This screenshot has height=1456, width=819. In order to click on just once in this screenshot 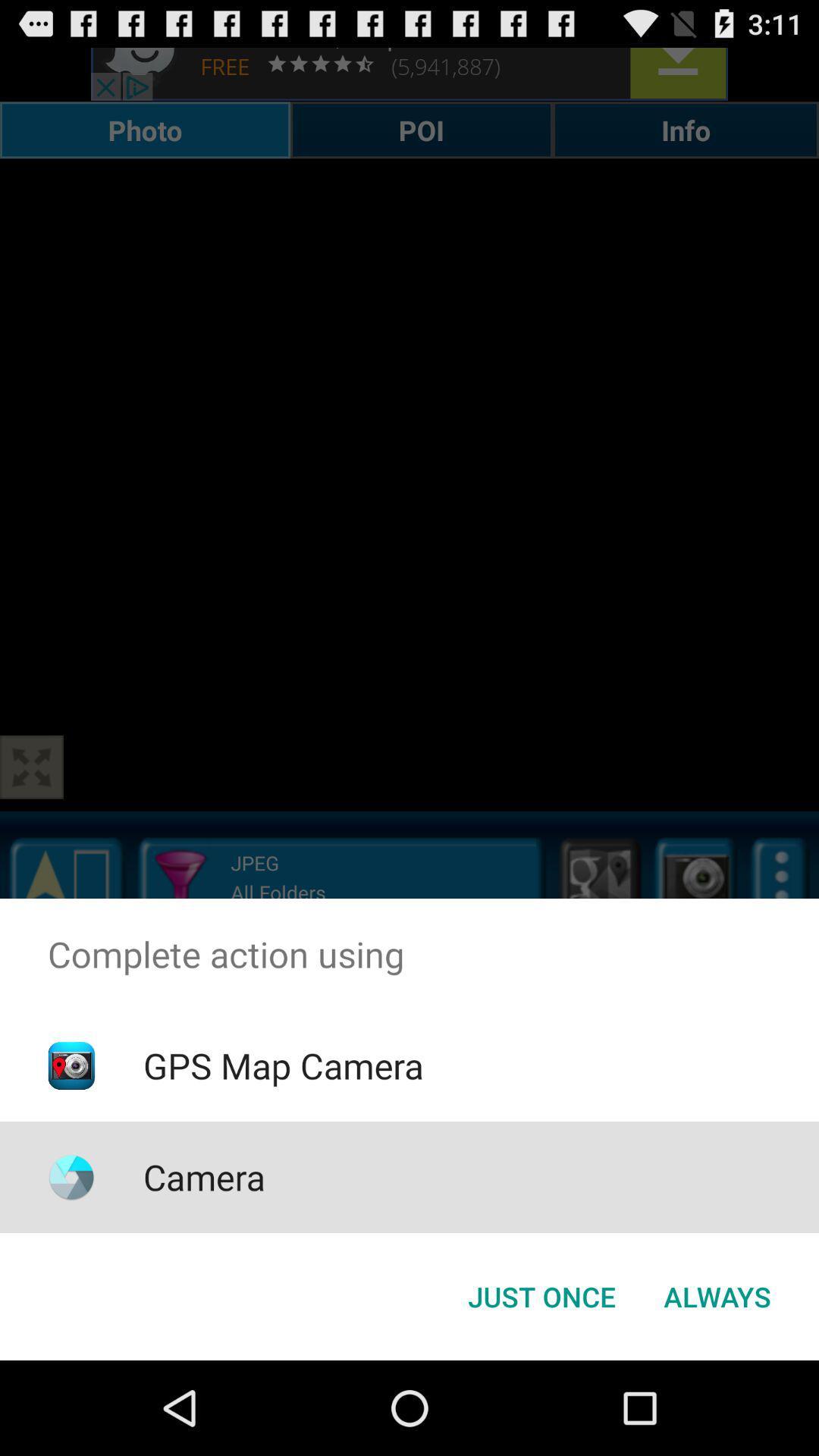, I will do `click(541, 1295)`.